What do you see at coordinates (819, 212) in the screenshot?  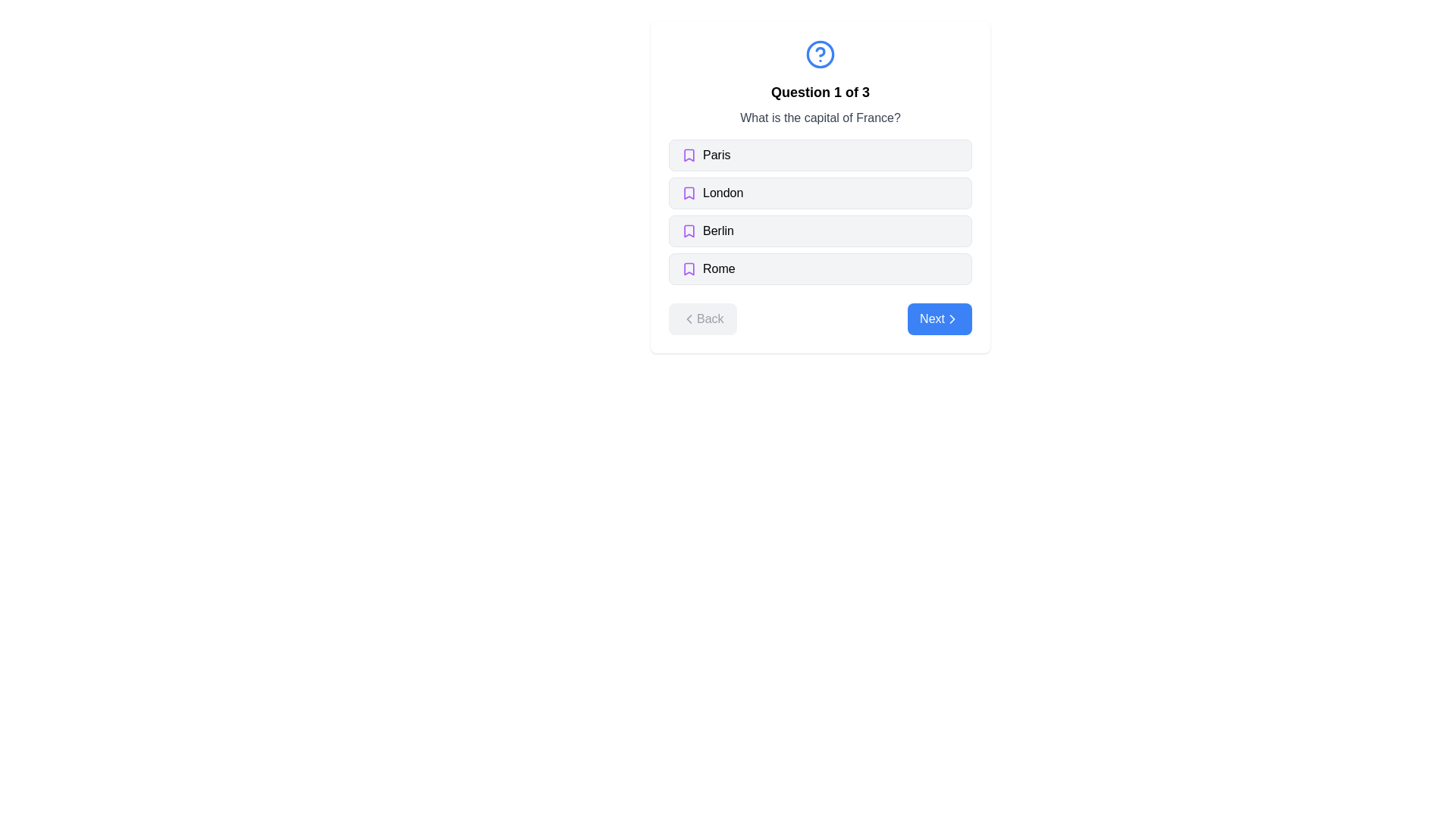 I see `the interactive button from the list of answer choices, which includes options labeled 'Paris', 'London', 'Berlin', and 'Rome', located at the center of the application interface` at bounding box center [819, 212].